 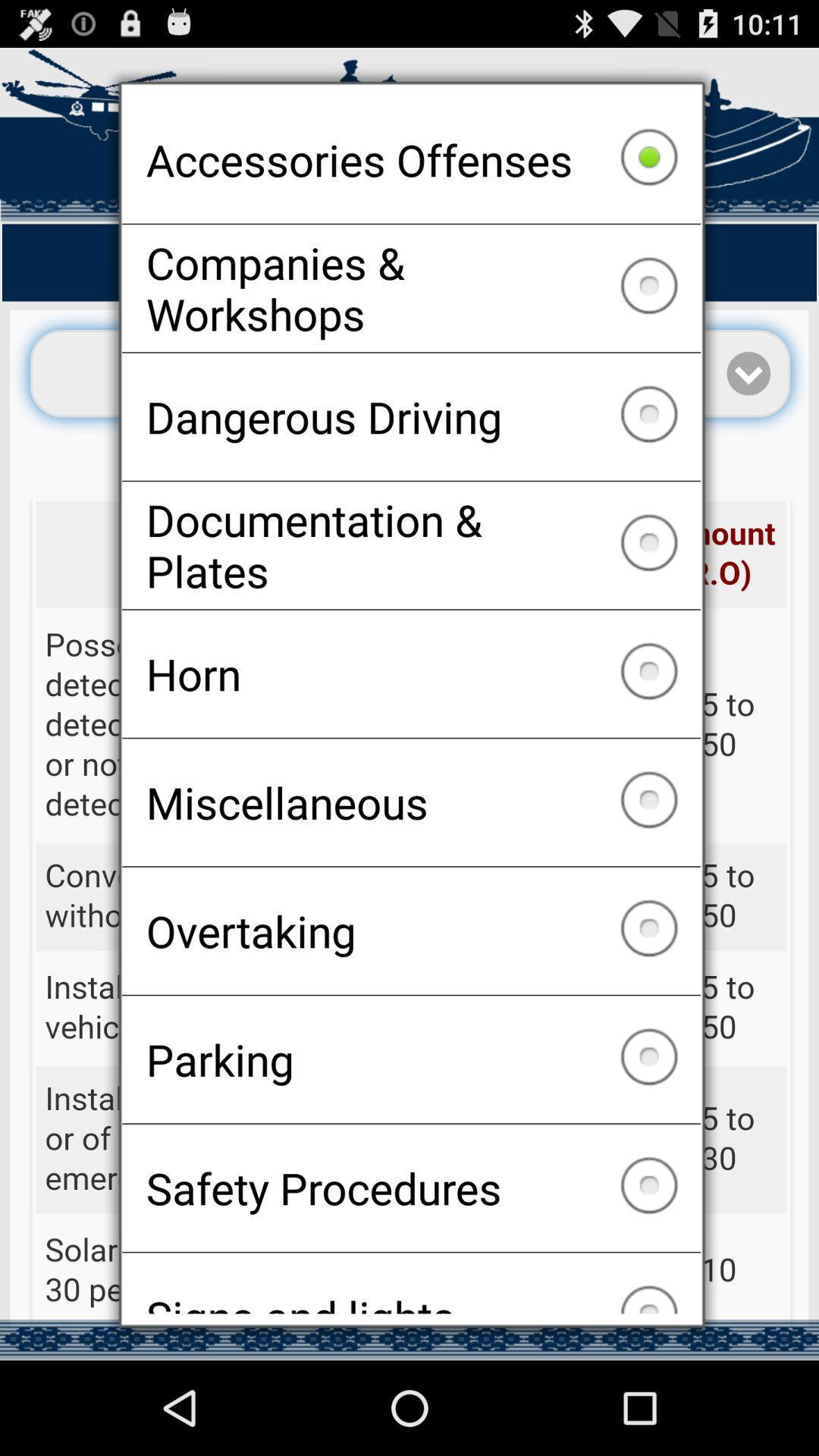 What do you see at coordinates (411, 930) in the screenshot?
I see `the overtaking` at bounding box center [411, 930].